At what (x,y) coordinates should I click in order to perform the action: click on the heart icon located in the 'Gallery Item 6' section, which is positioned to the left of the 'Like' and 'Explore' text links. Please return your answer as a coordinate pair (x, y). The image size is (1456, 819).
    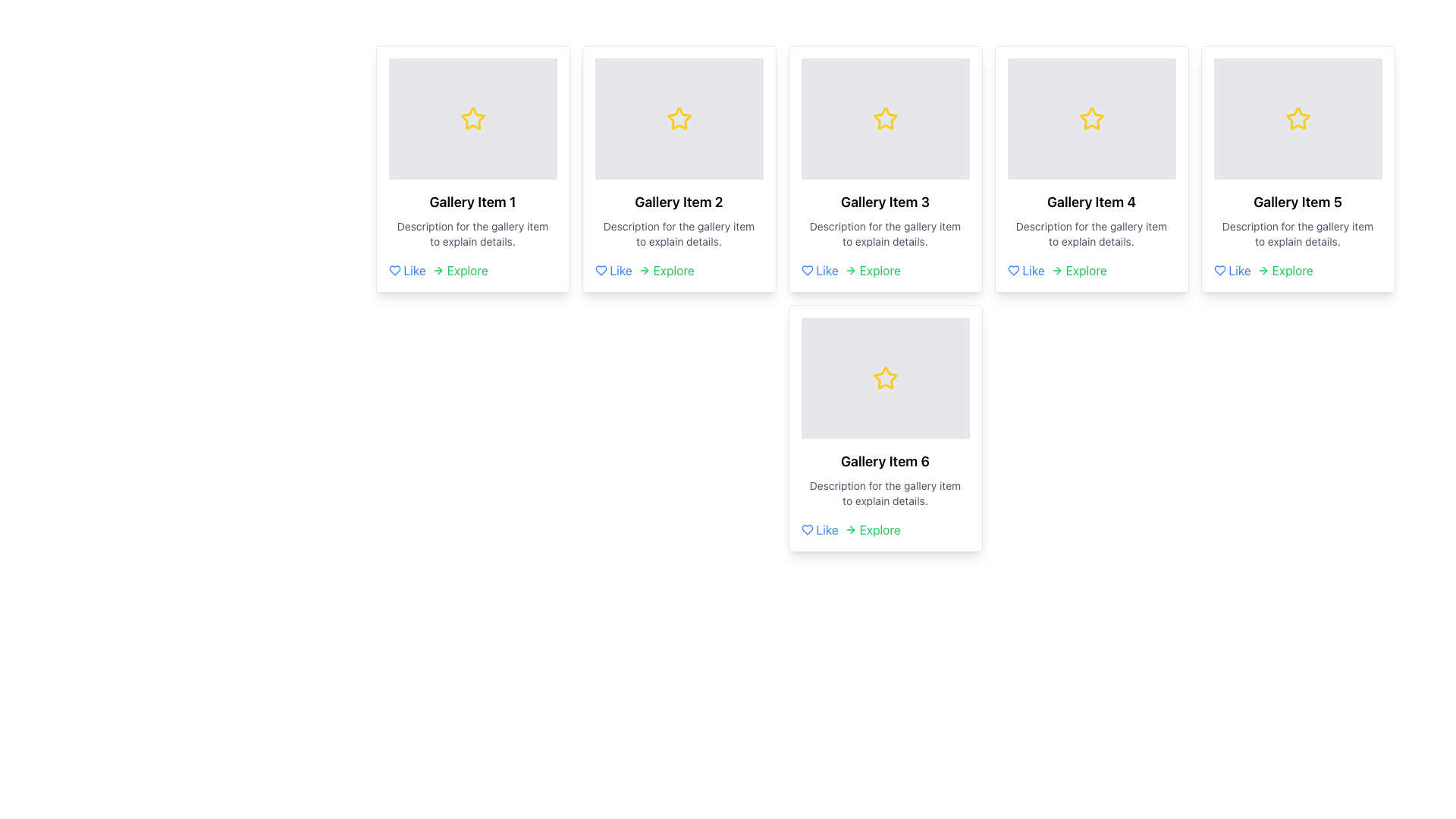
    Looking at the image, I should click on (806, 529).